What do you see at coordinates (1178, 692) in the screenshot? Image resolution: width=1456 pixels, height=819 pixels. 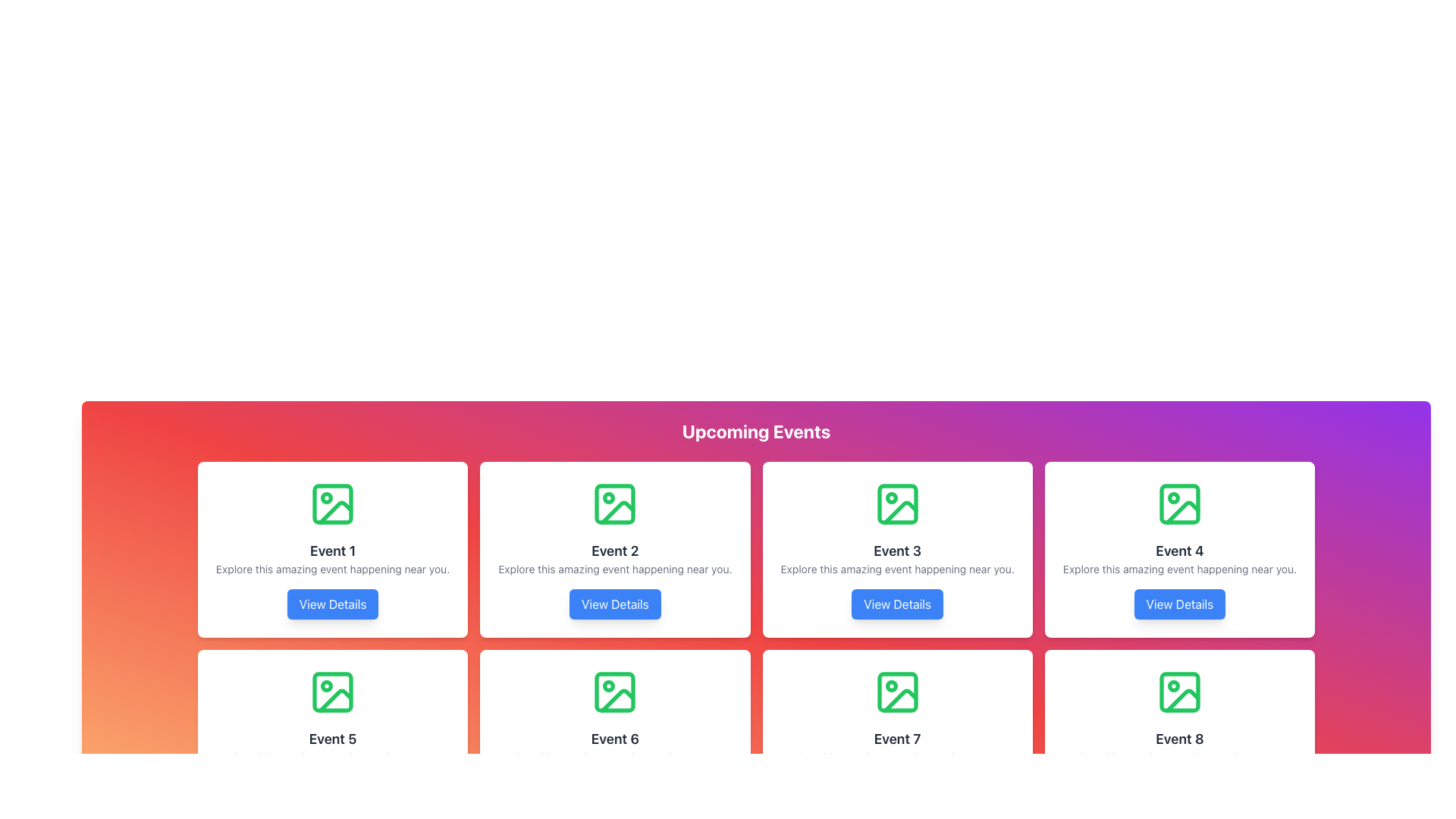 I see `the decorative icon in the bottom-right corner of the grid layout, which represents an image preview for 'Event 8'` at bounding box center [1178, 692].